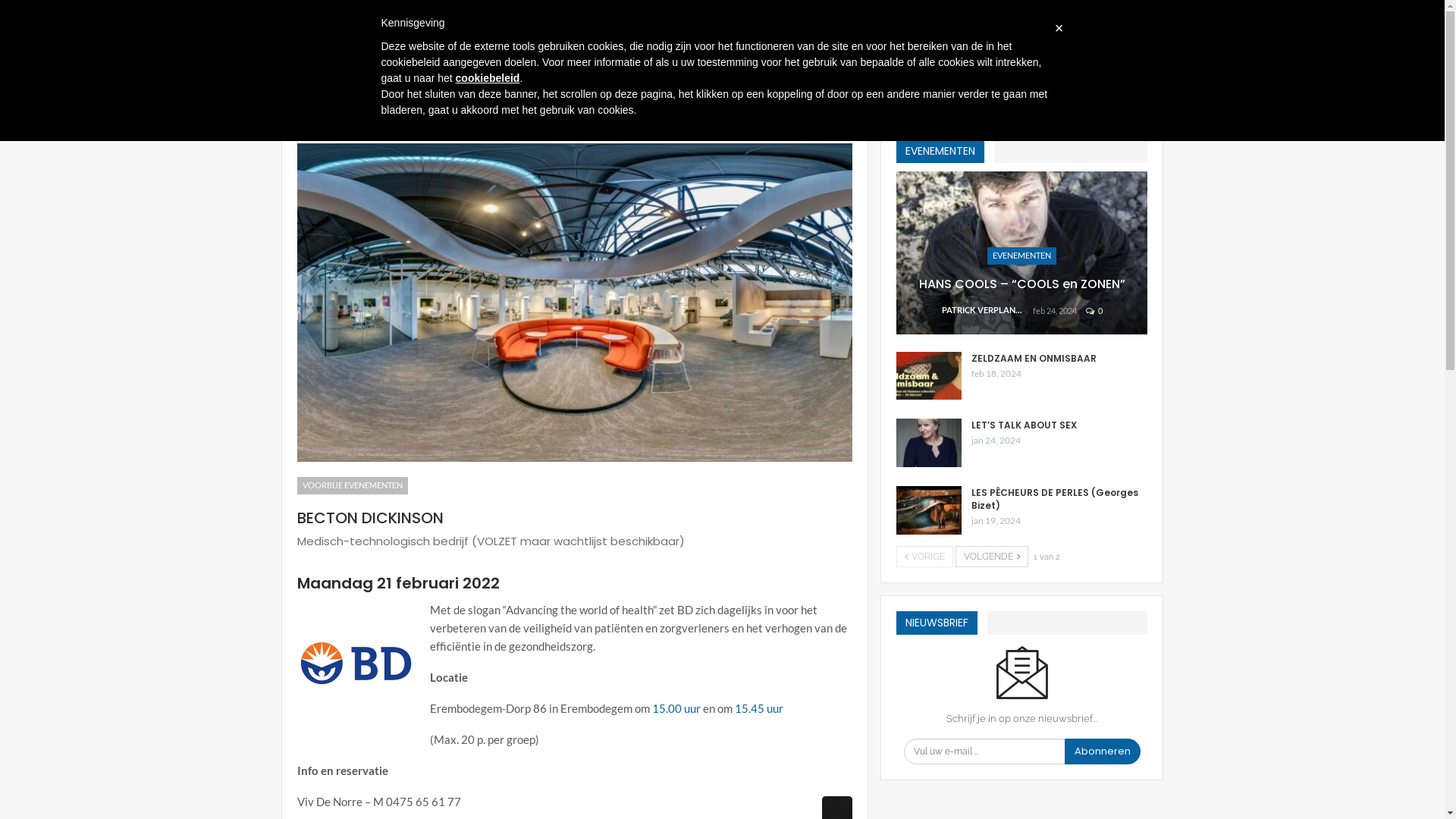 This screenshot has width=1456, height=819. Describe the element at coordinates (954, 556) in the screenshot. I see `'VOLGENDE'` at that location.